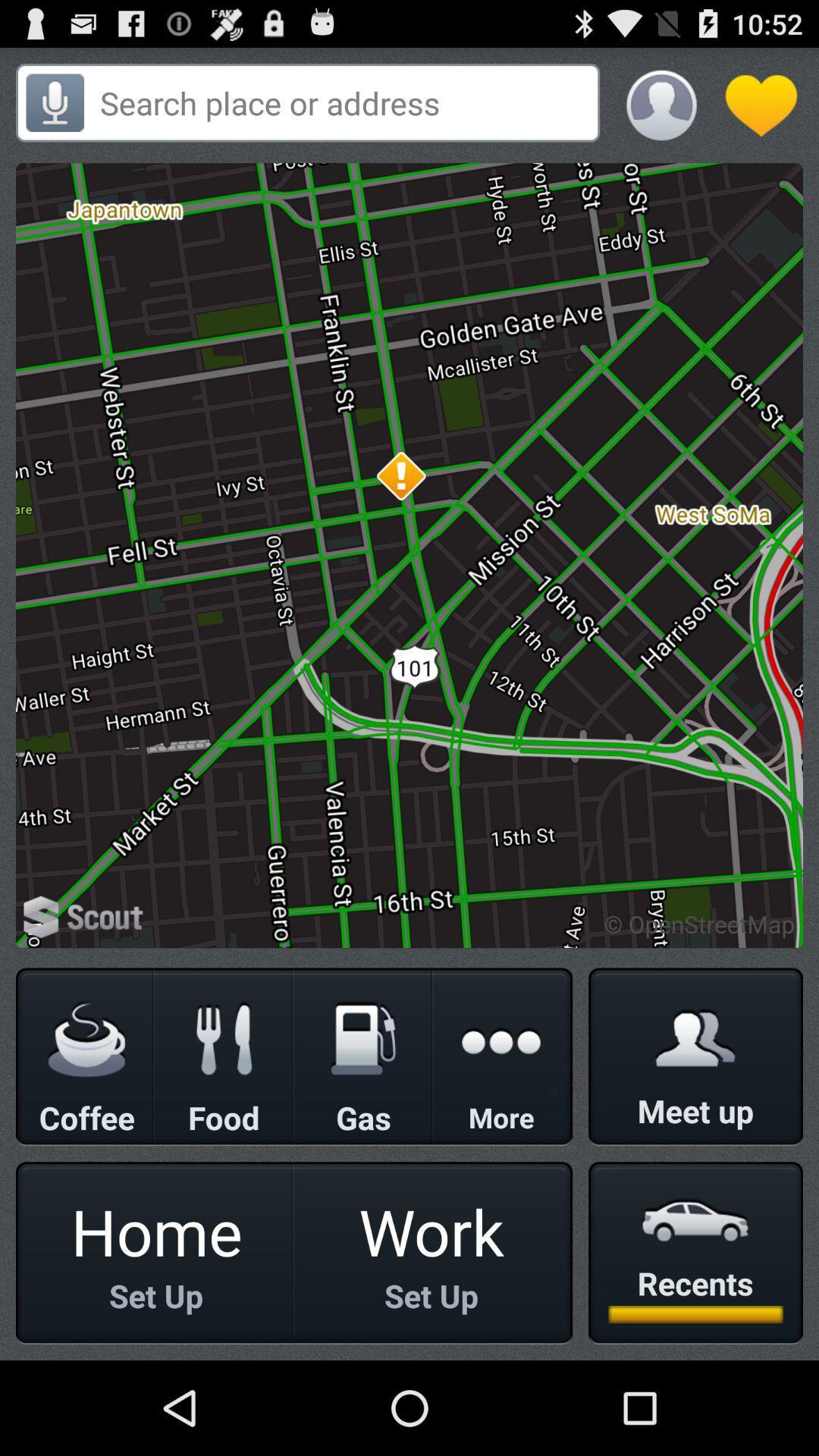 Image resolution: width=819 pixels, height=1456 pixels. I want to click on address page, so click(344, 102).